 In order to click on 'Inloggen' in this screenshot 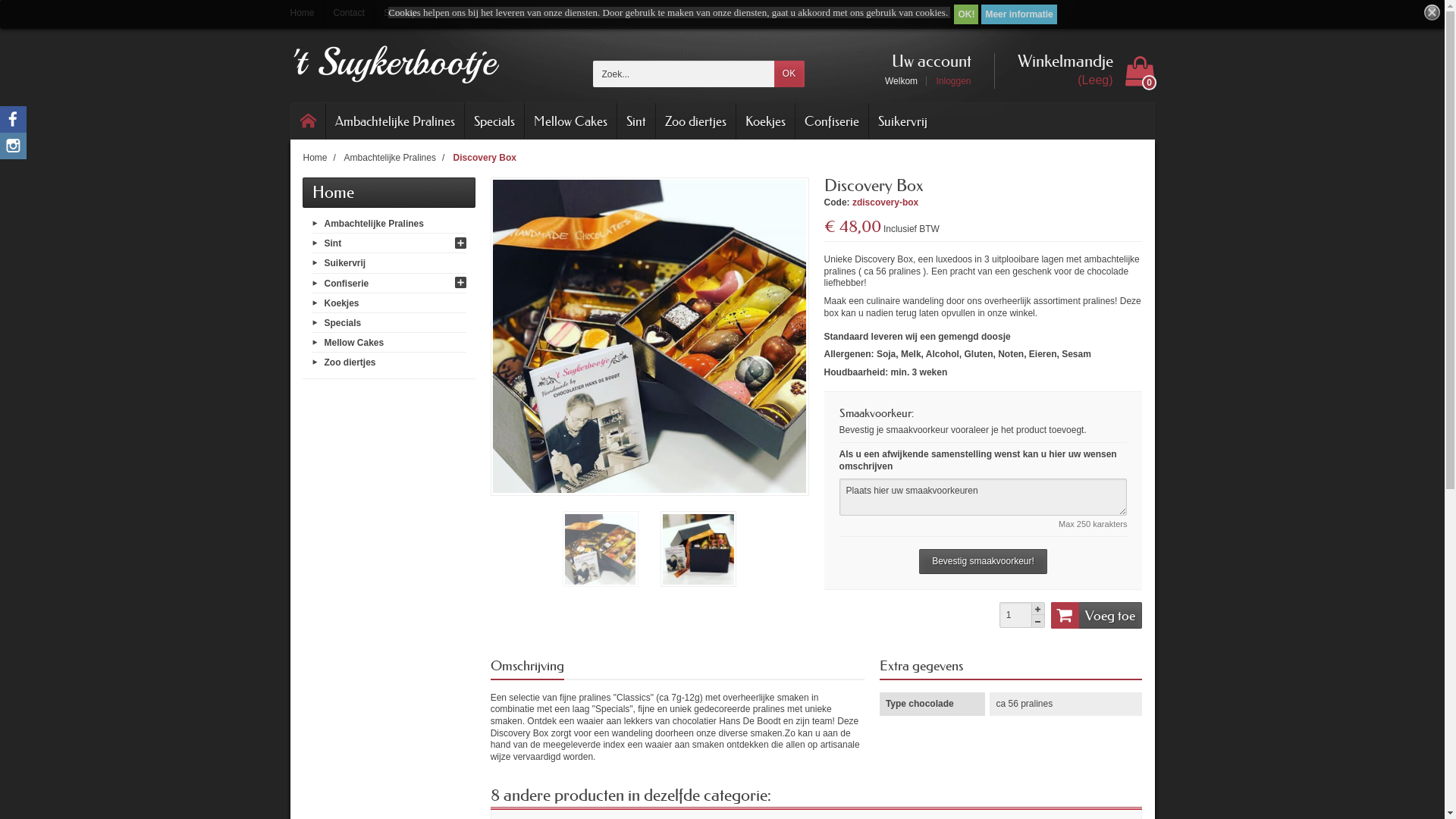, I will do `click(947, 81)`.